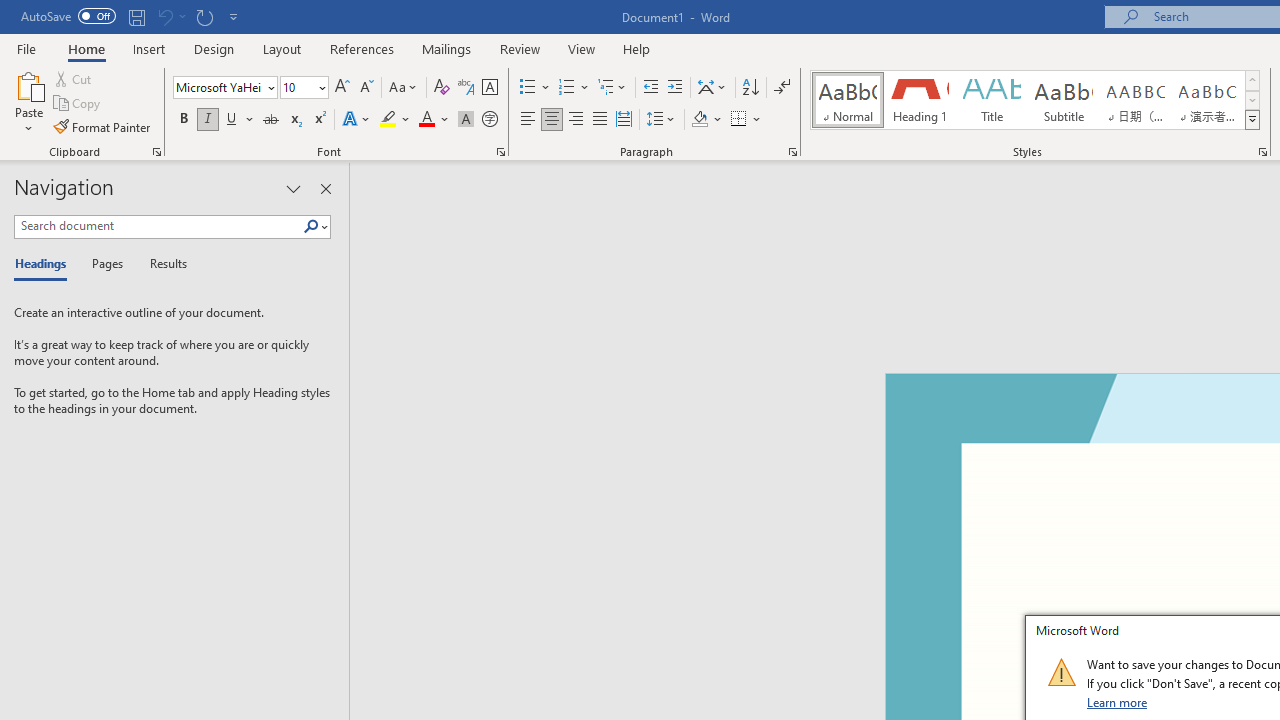 This screenshot has width=1280, height=720. Describe the element at coordinates (164, 16) in the screenshot. I see `'Can'` at that location.